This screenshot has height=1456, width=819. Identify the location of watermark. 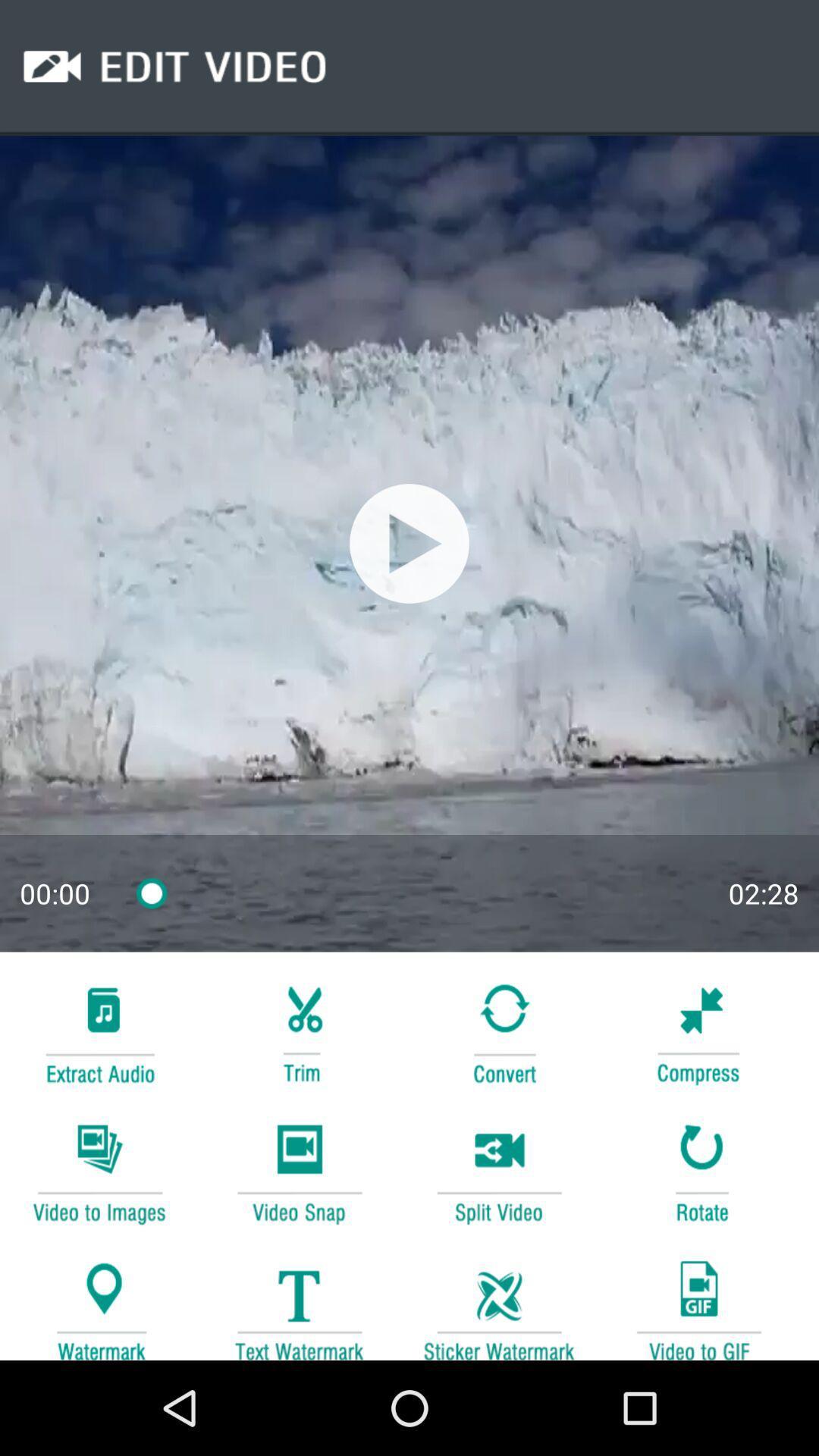
(99, 1302).